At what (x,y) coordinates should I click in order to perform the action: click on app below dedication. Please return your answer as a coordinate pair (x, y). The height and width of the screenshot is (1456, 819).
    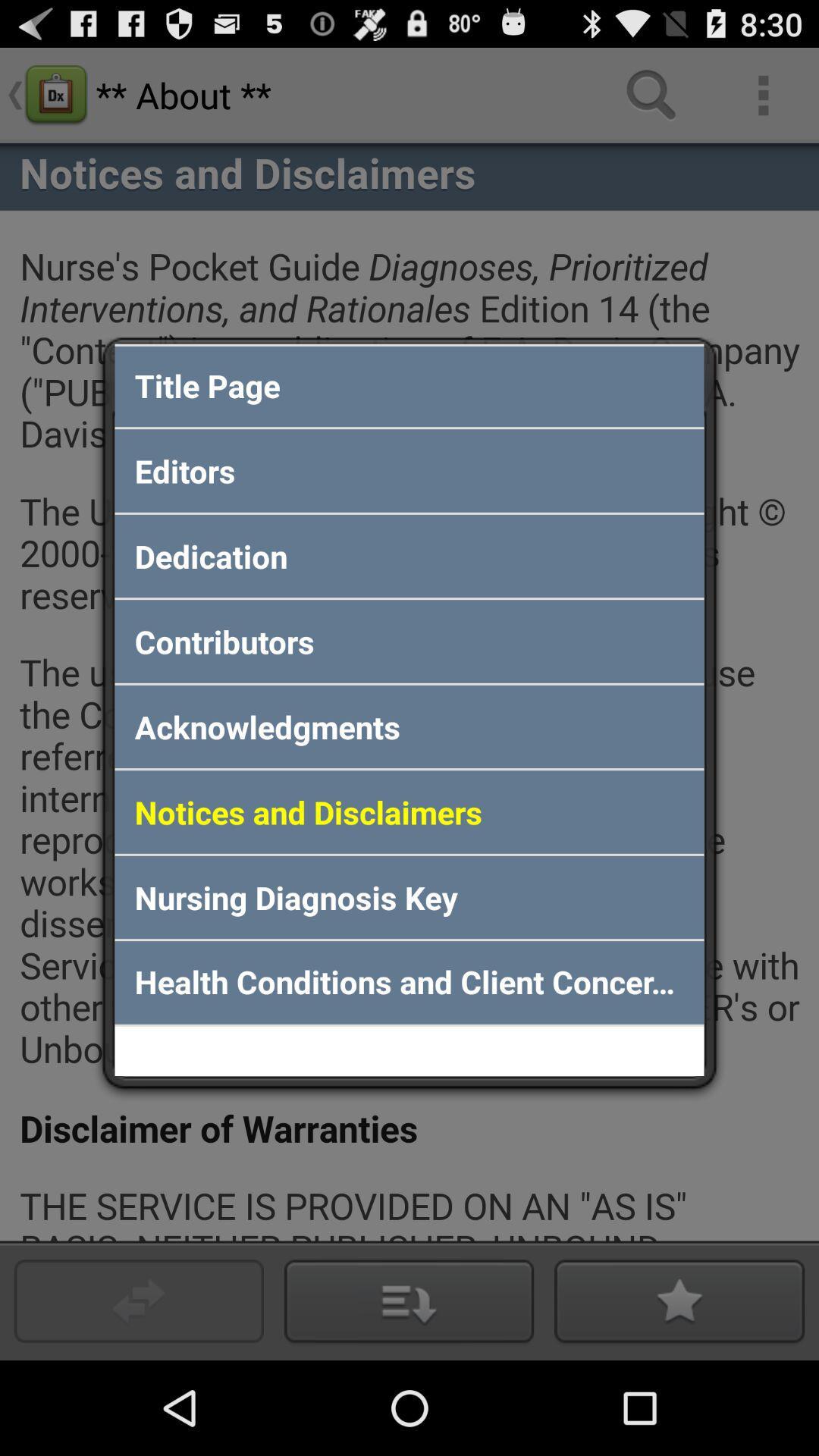
    Looking at the image, I should click on (409, 641).